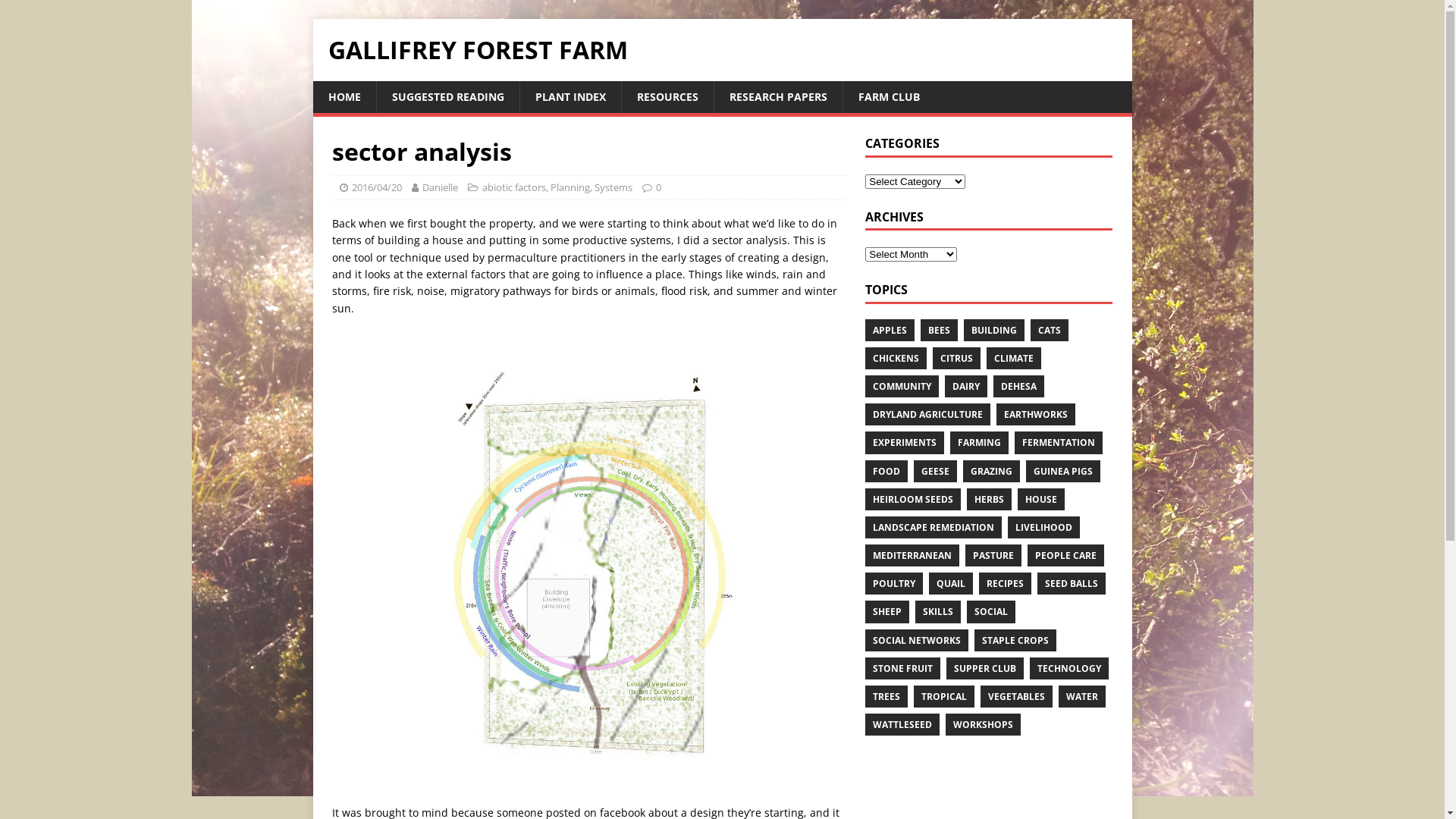 The image size is (1456, 819). Describe the element at coordinates (887, 610) in the screenshot. I see `'SHEEP'` at that location.